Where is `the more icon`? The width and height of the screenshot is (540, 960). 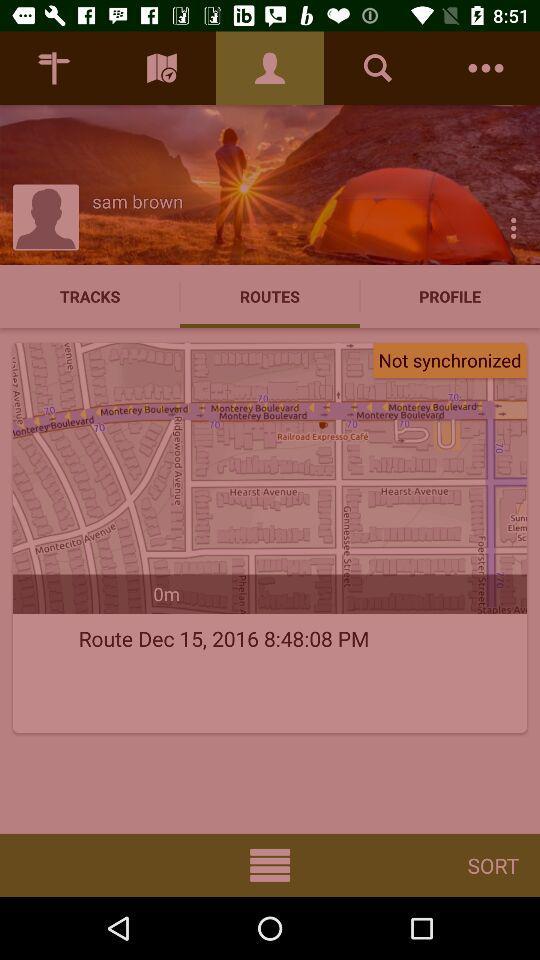
the more icon is located at coordinates (513, 228).